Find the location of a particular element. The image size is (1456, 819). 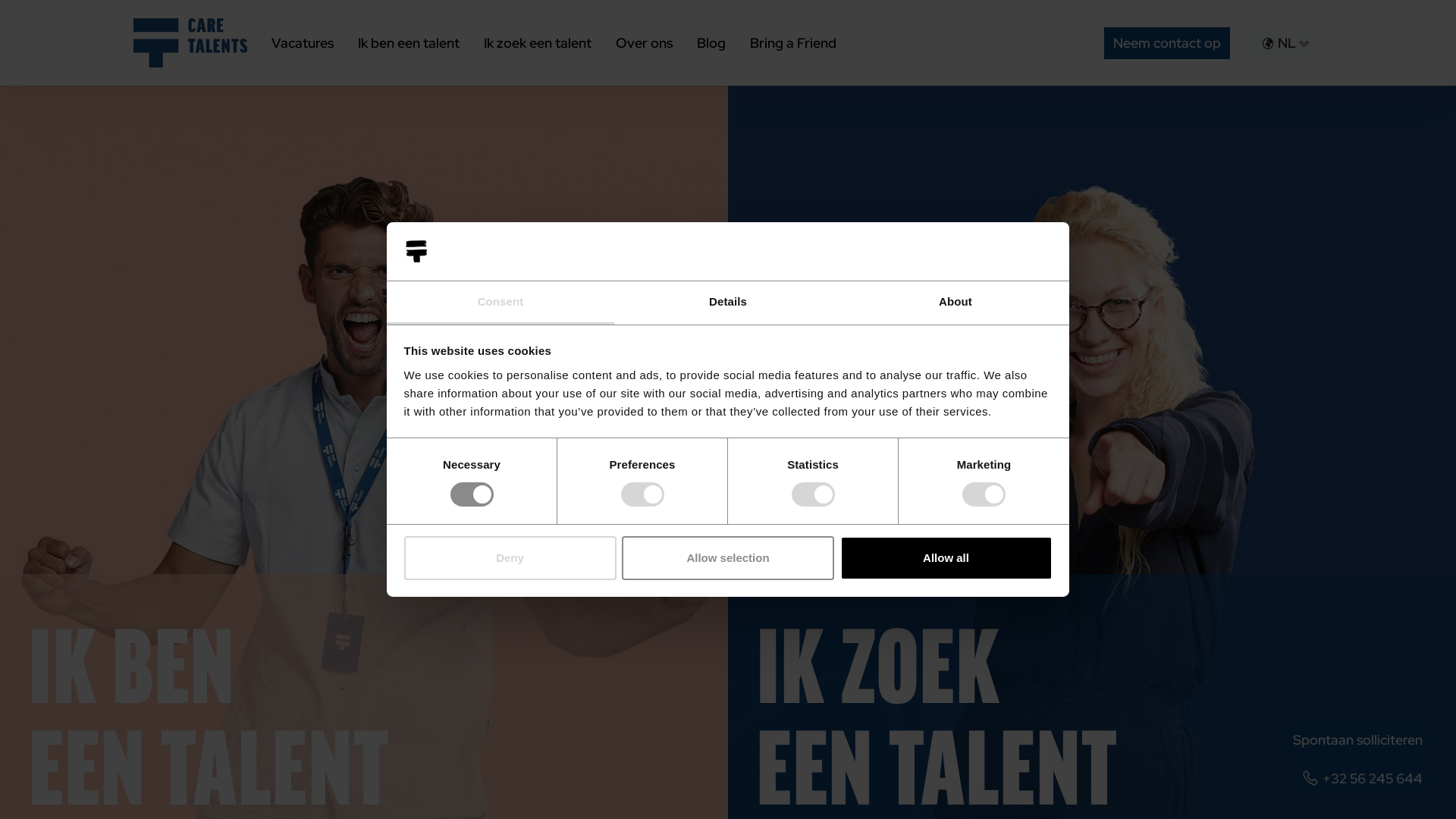

'Bring a Friend' is located at coordinates (792, 42).